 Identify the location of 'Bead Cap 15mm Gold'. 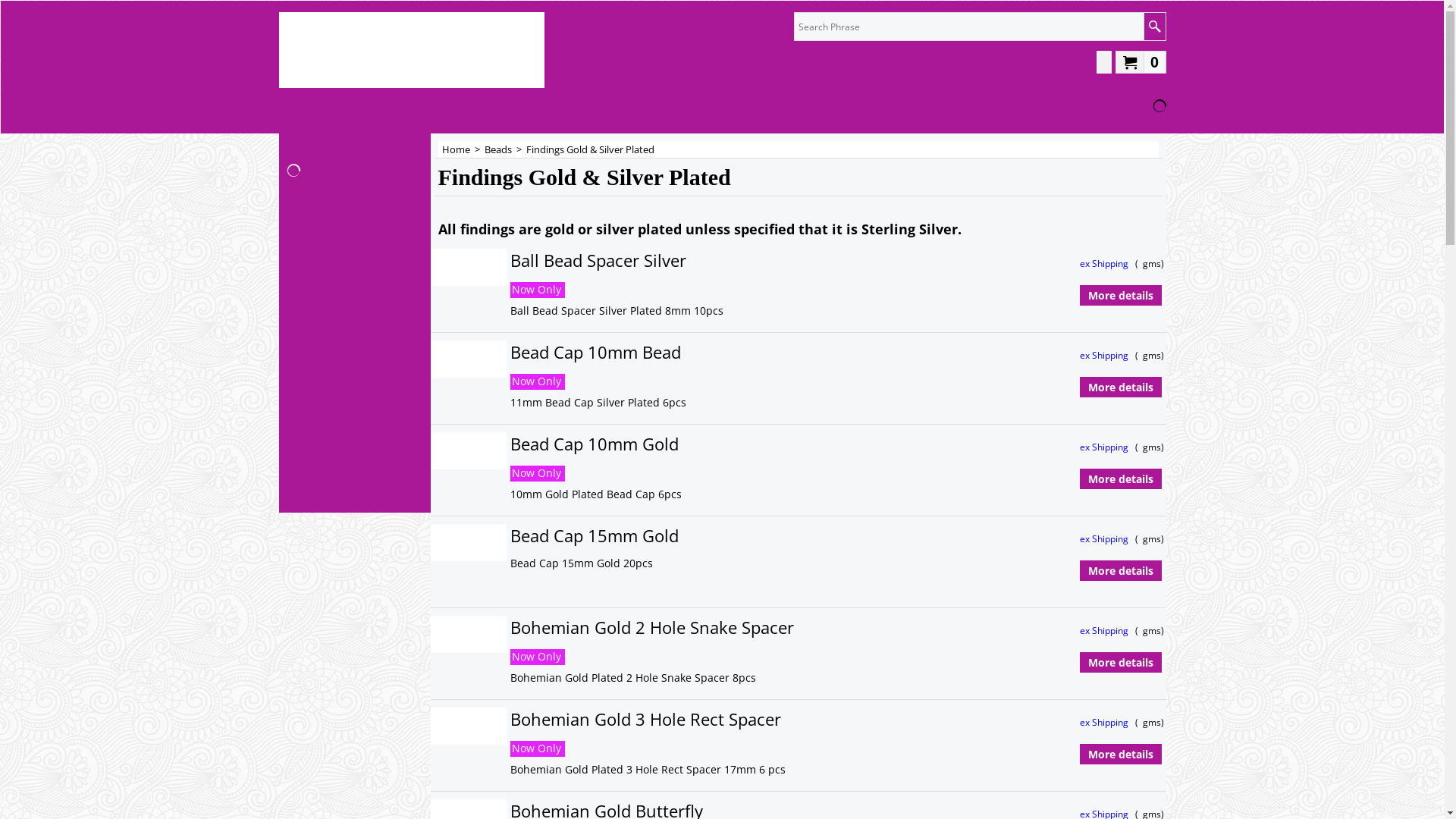
(722, 535).